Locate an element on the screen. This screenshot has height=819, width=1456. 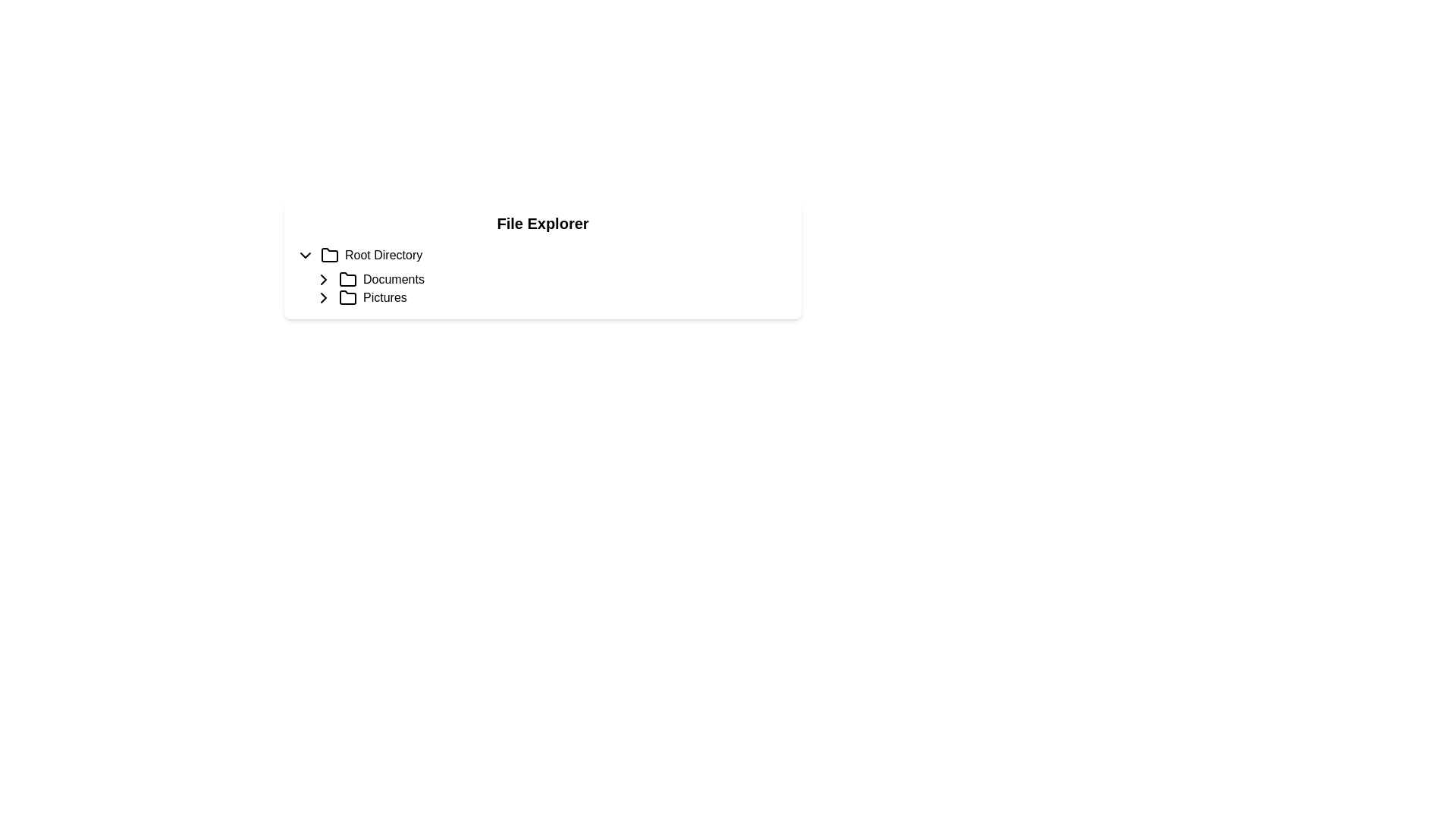
the 'Pictures' folder icon in the file explorer is located at coordinates (347, 297).